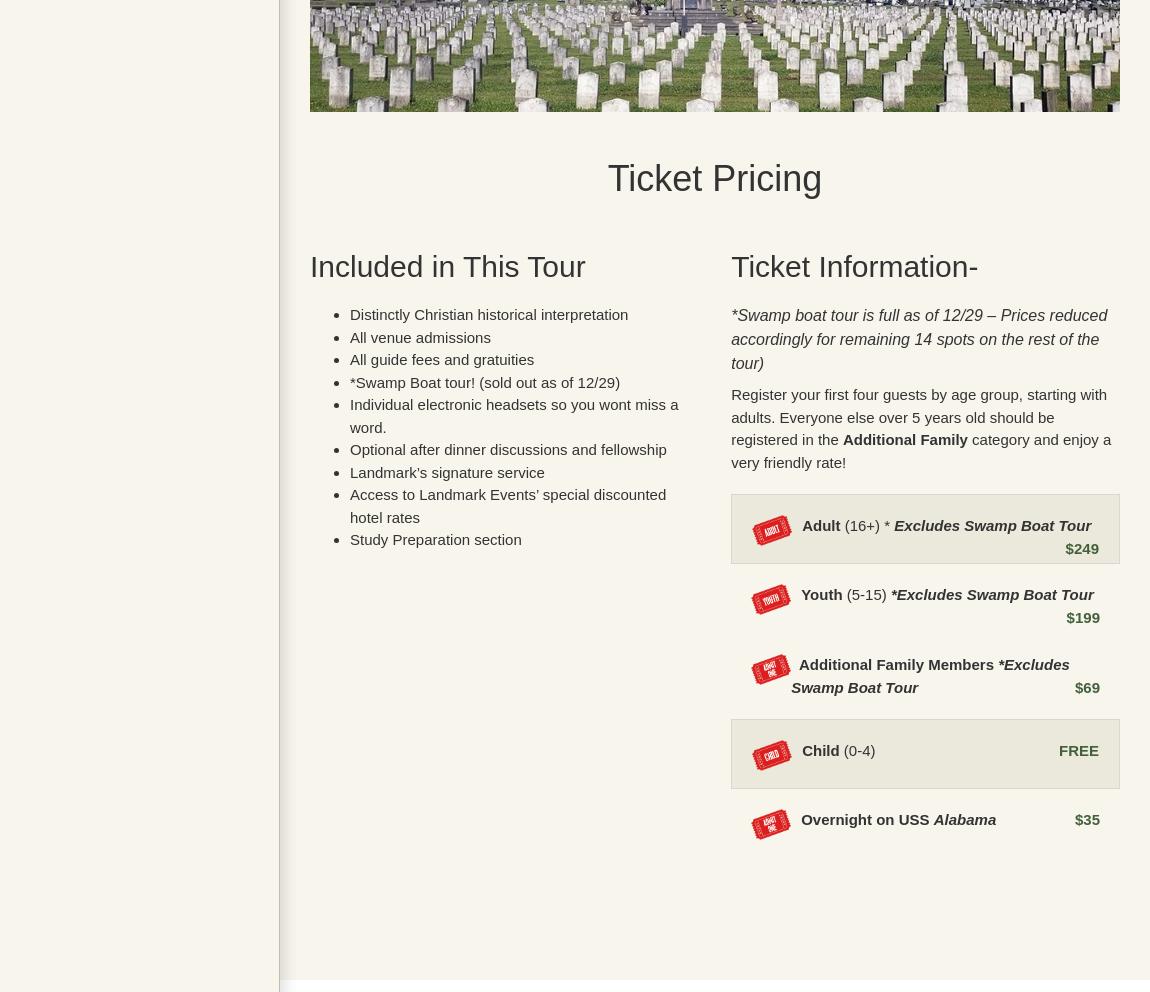 This screenshot has width=1150, height=992. Describe the element at coordinates (1078, 749) in the screenshot. I see `'FREE'` at that location.